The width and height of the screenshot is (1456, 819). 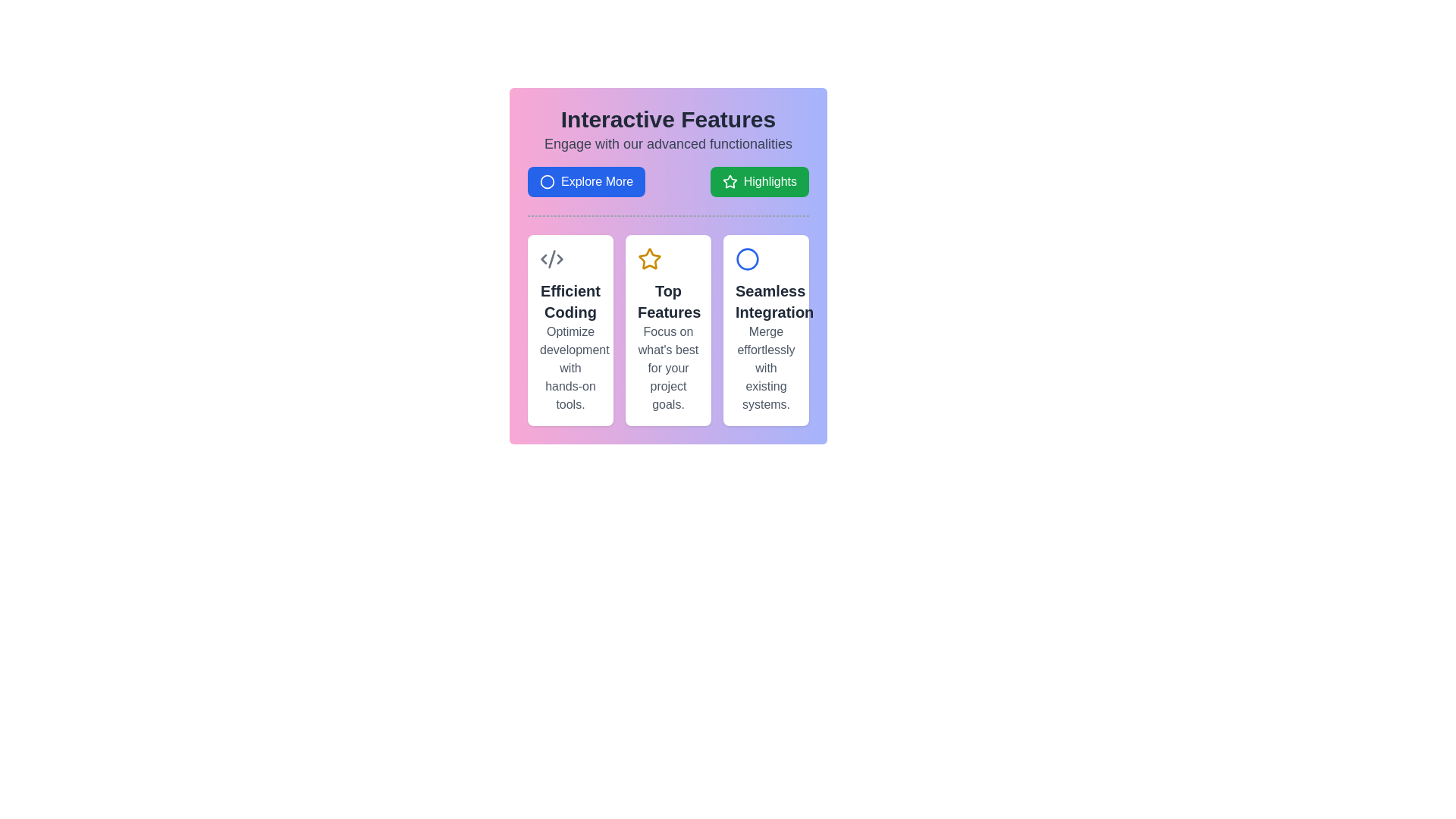 I want to click on text label that says 'Engage with our advanced functionalities', which is styled in light gray and located below 'Interactive Features', so click(x=667, y=143).